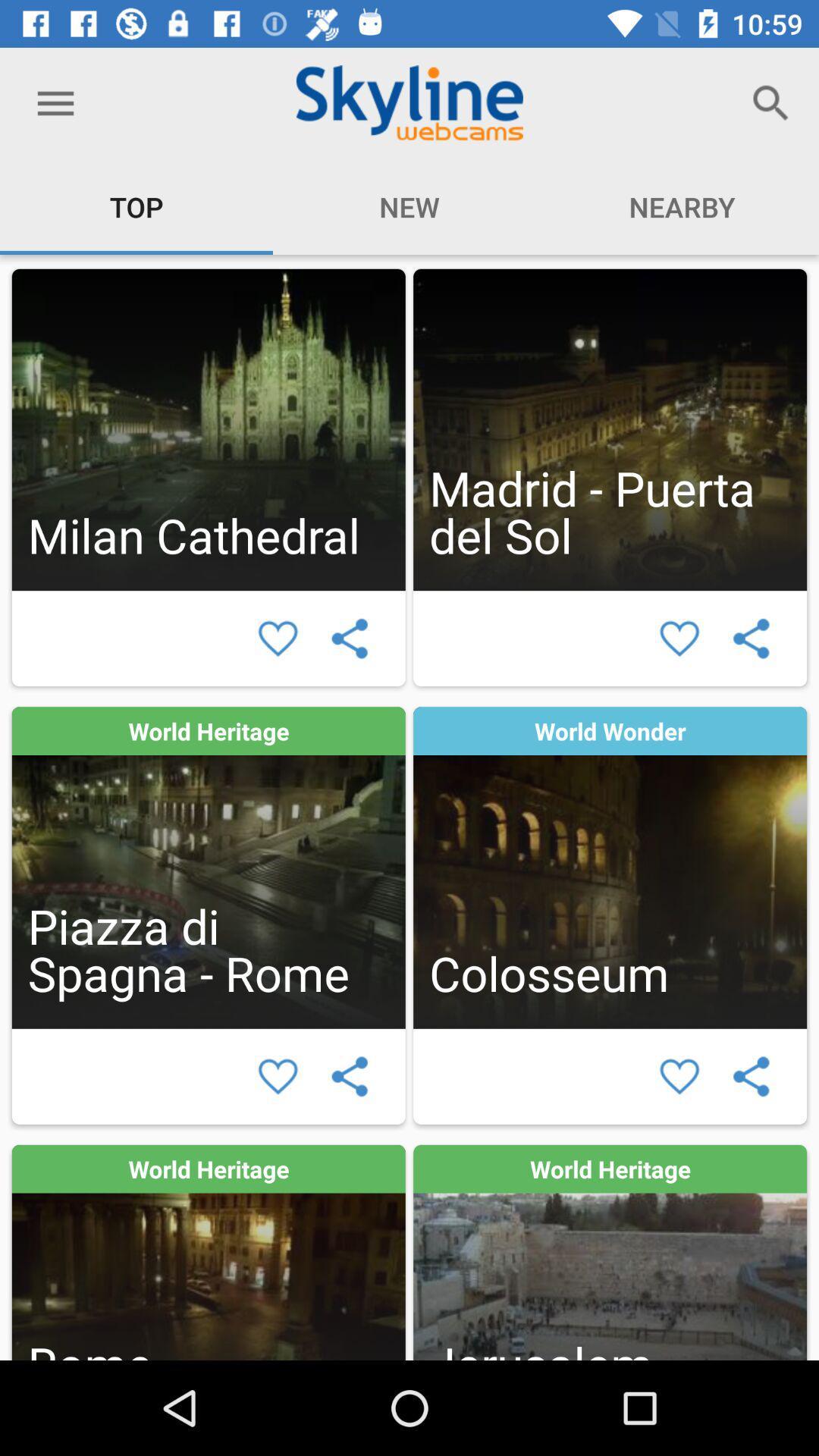 This screenshot has width=819, height=1456. Describe the element at coordinates (751, 1075) in the screenshot. I see `social share button` at that location.